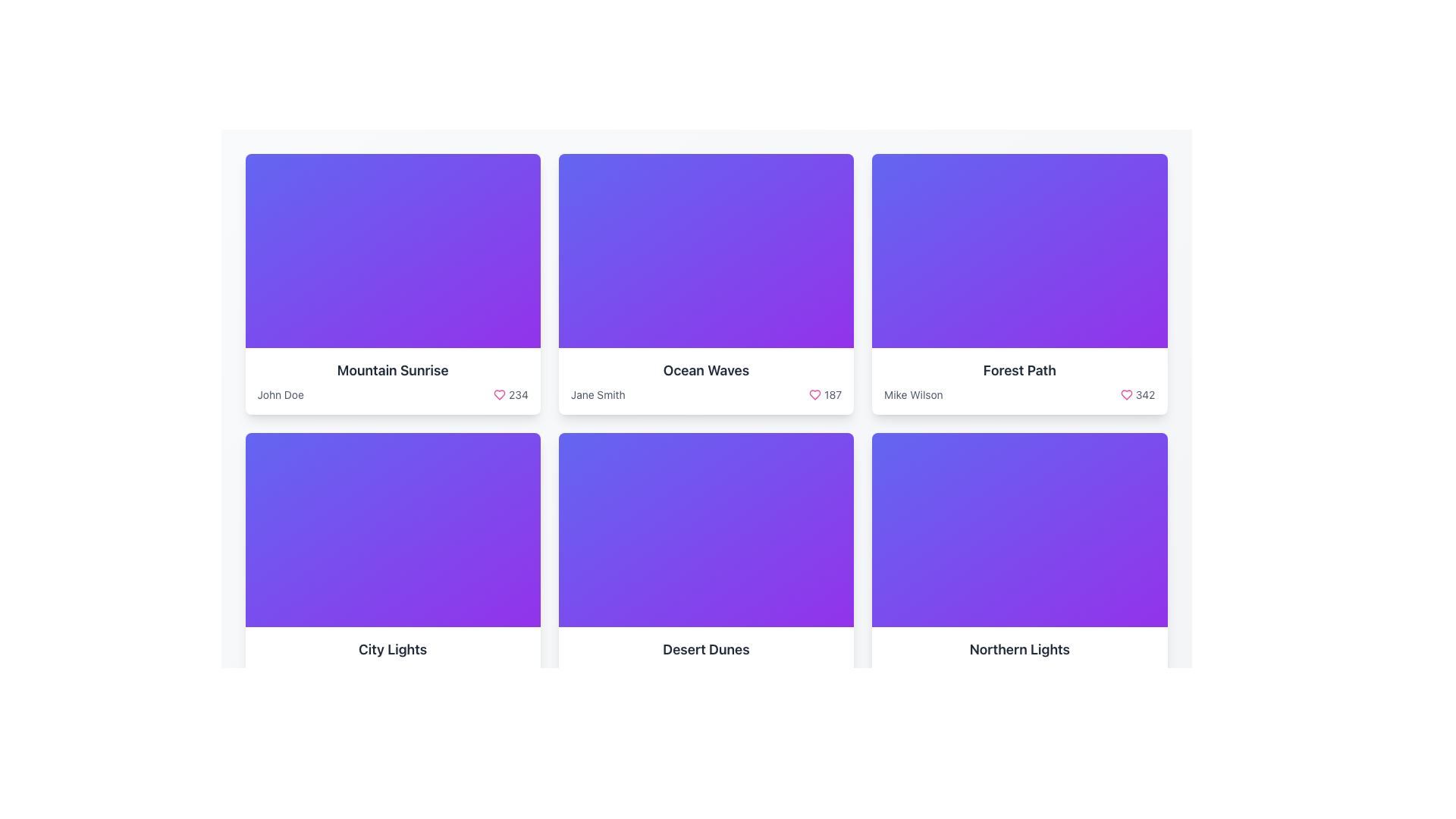 Image resolution: width=1456 pixels, height=819 pixels. I want to click on the 'like' icon located in the bottom-right area of the 'Ocean Waves' card to view its visual state change upon interaction, so click(814, 394).